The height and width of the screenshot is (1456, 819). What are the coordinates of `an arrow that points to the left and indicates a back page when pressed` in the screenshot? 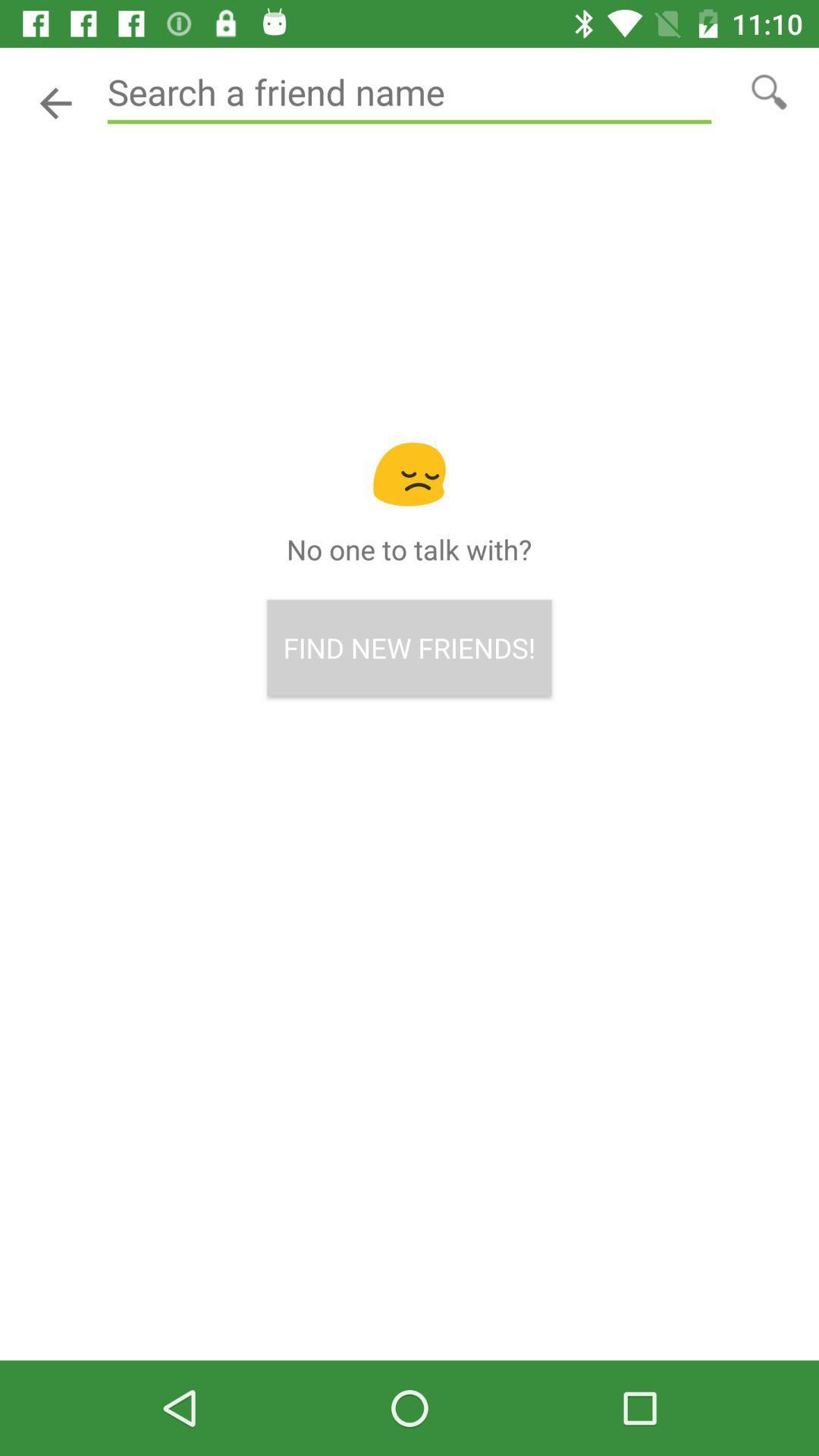 It's located at (55, 102).